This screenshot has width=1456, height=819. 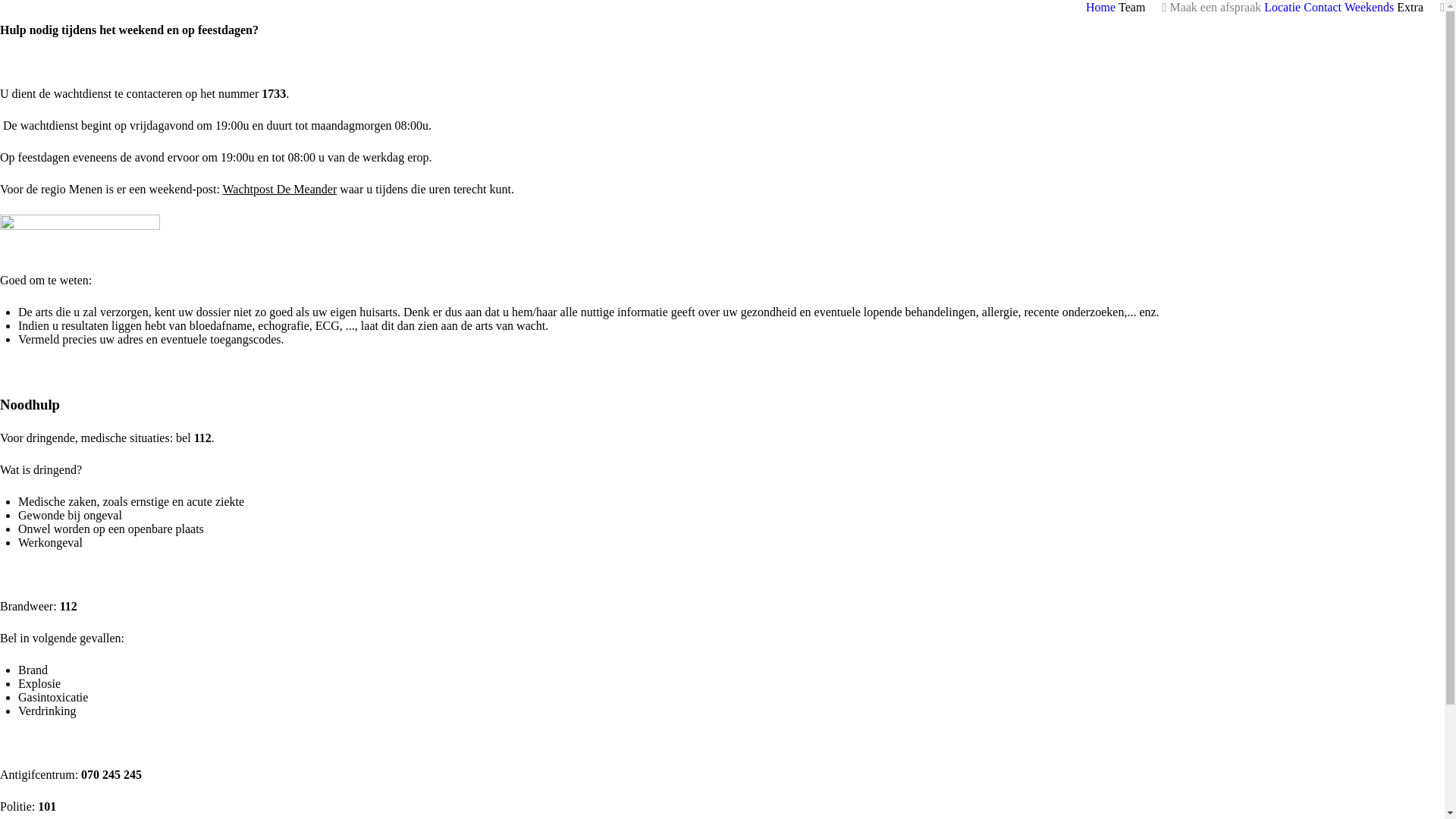 I want to click on 'Contact', so click(x=1321, y=7).